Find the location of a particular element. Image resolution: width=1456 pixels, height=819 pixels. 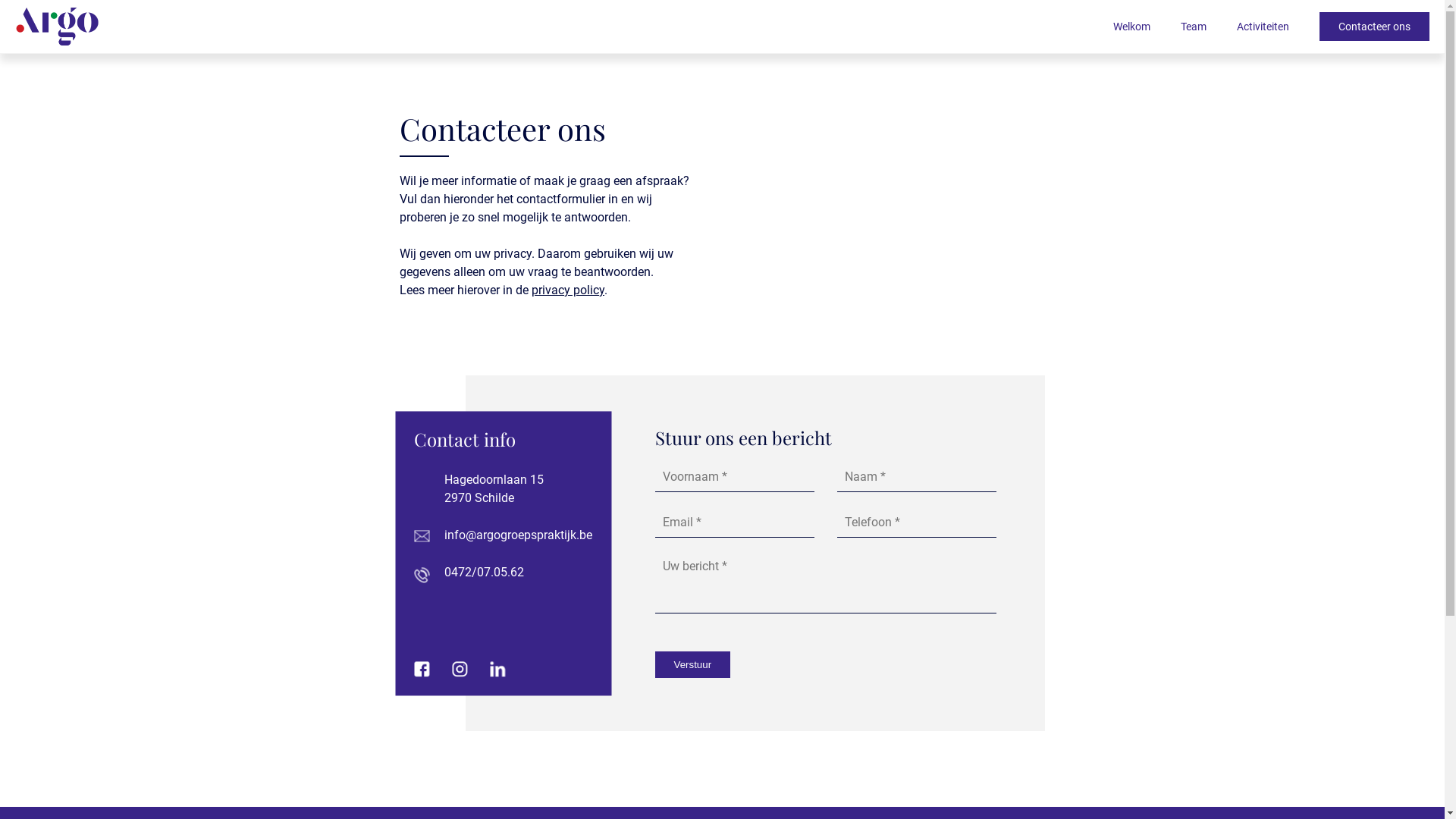

'Contacteer ons' is located at coordinates (1374, 26).